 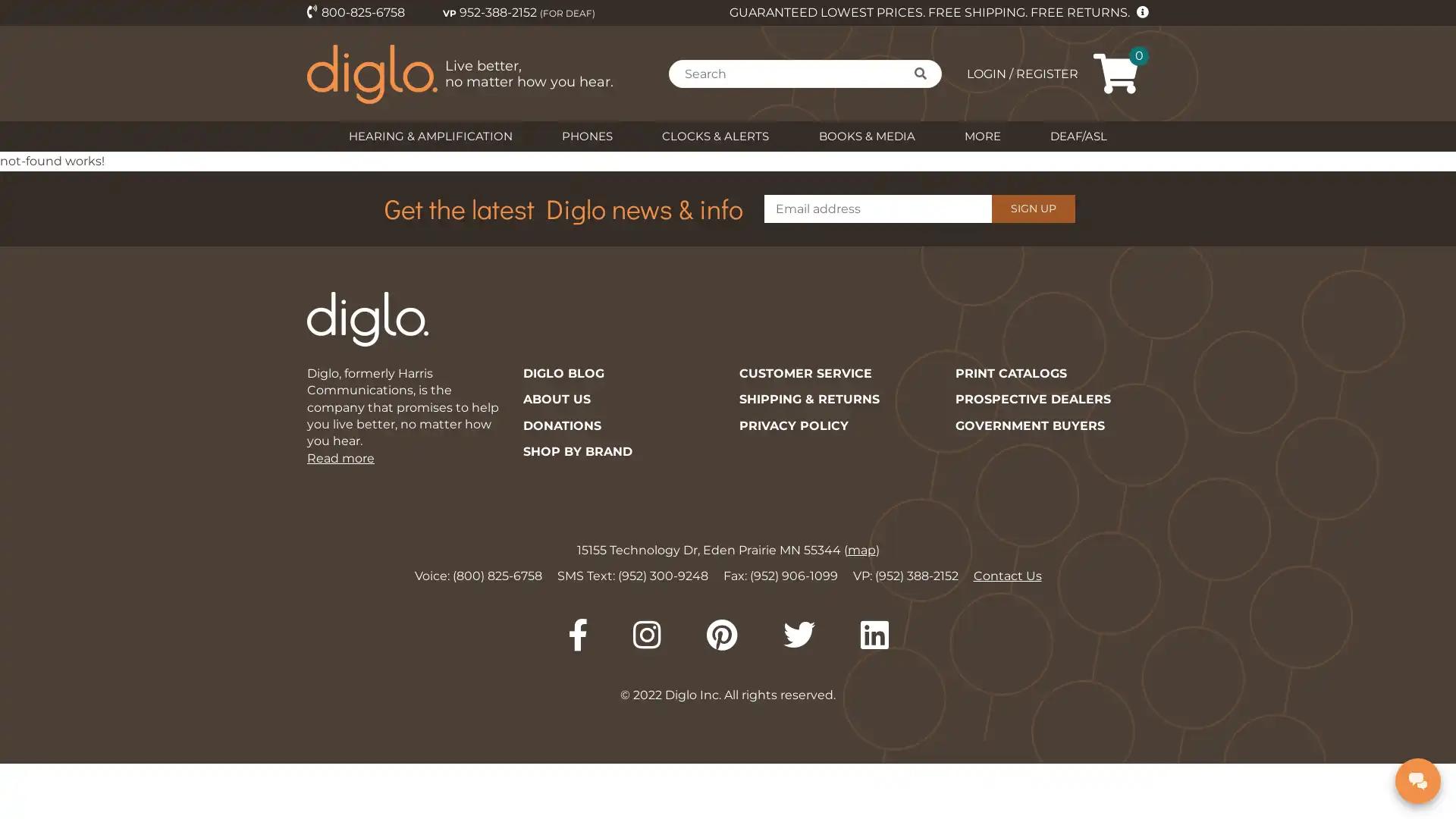 I want to click on SIGN UP, so click(x=1032, y=208).